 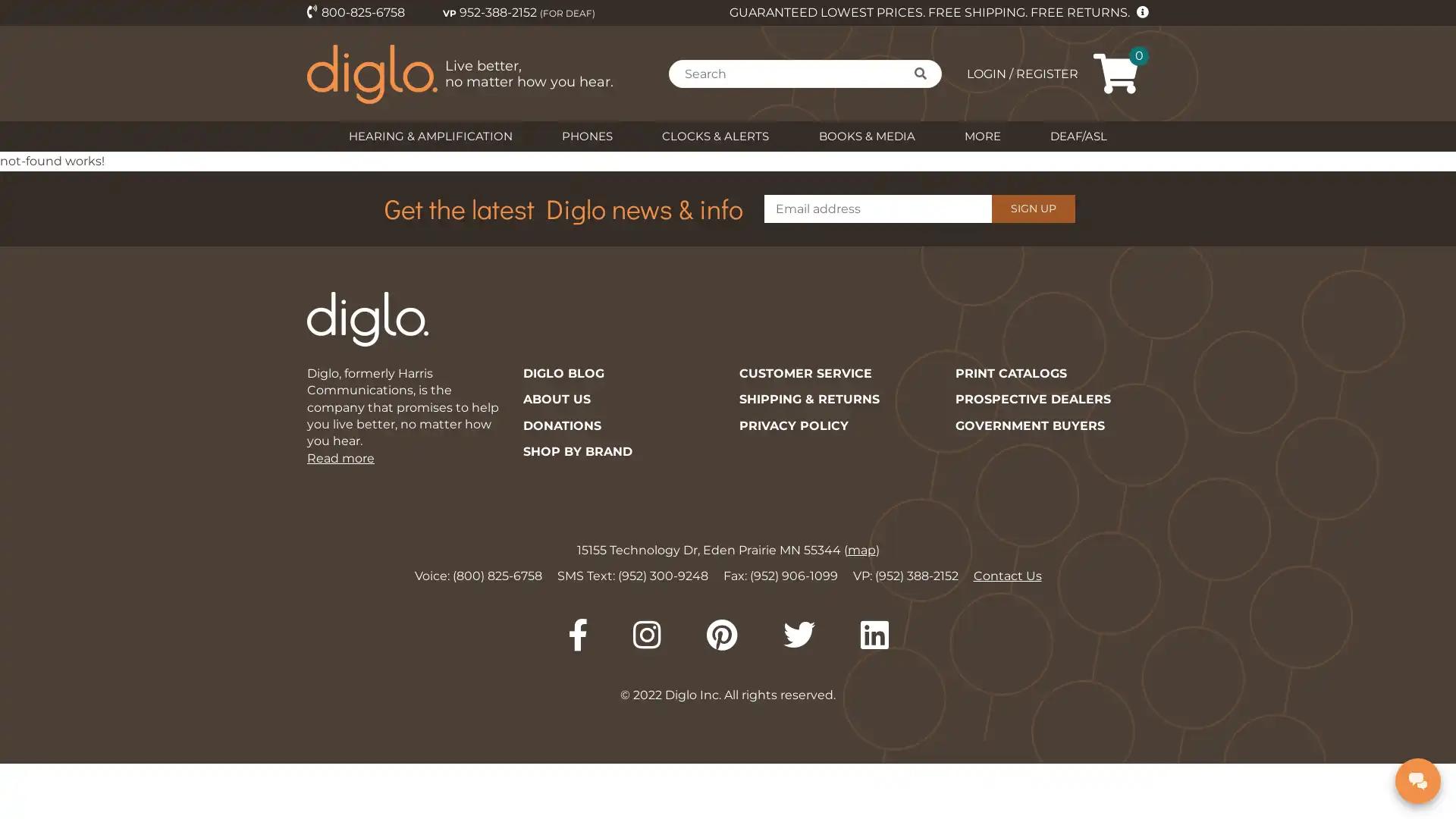 I want to click on SIGN UP, so click(x=1032, y=208).